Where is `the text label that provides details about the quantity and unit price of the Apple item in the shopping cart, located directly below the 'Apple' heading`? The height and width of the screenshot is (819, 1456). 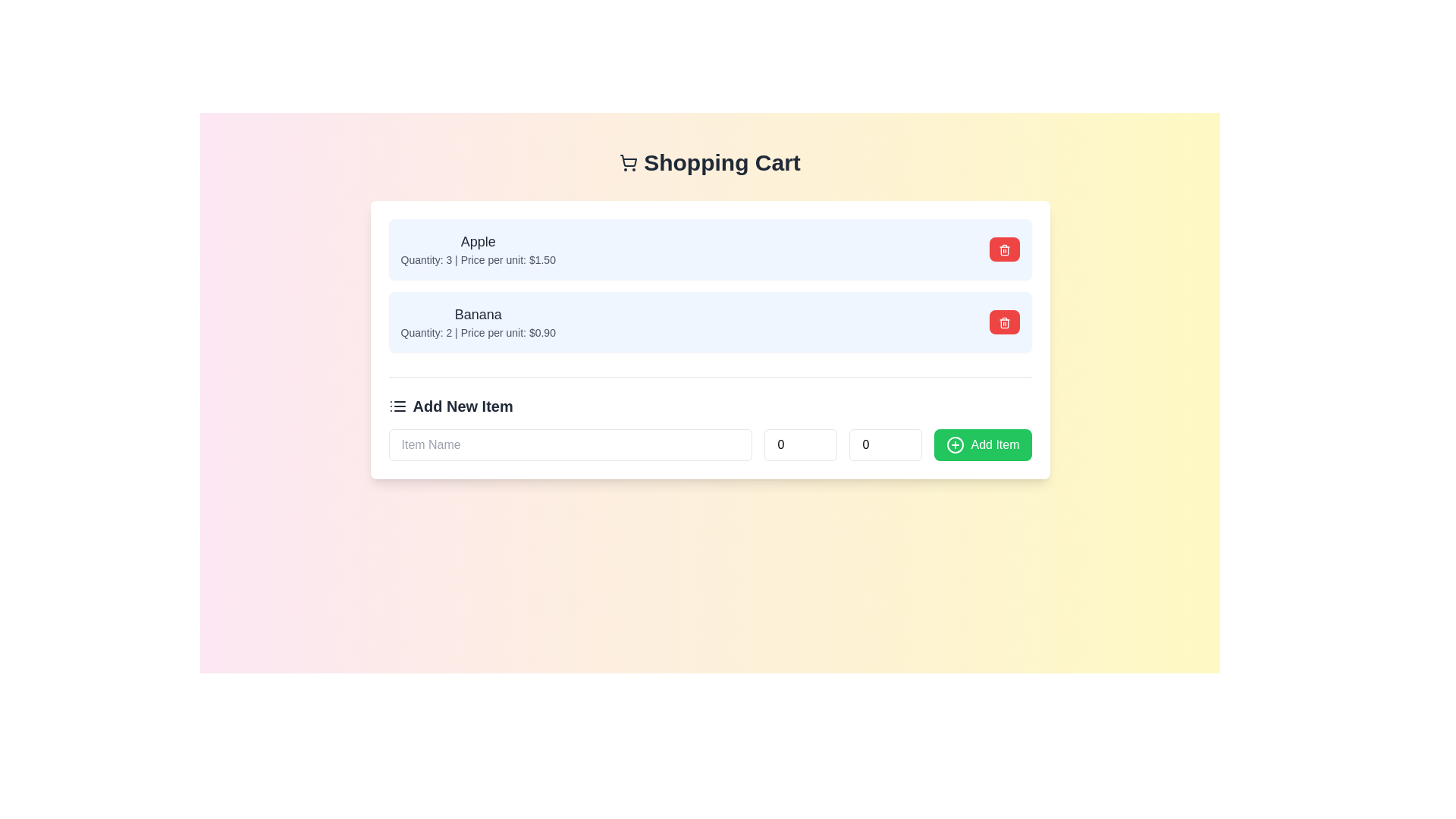
the text label that provides details about the quantity and unit price of the Apple item in the shopping cart, located directly below the 'Apple' heading is located at coordinates (477, 259).